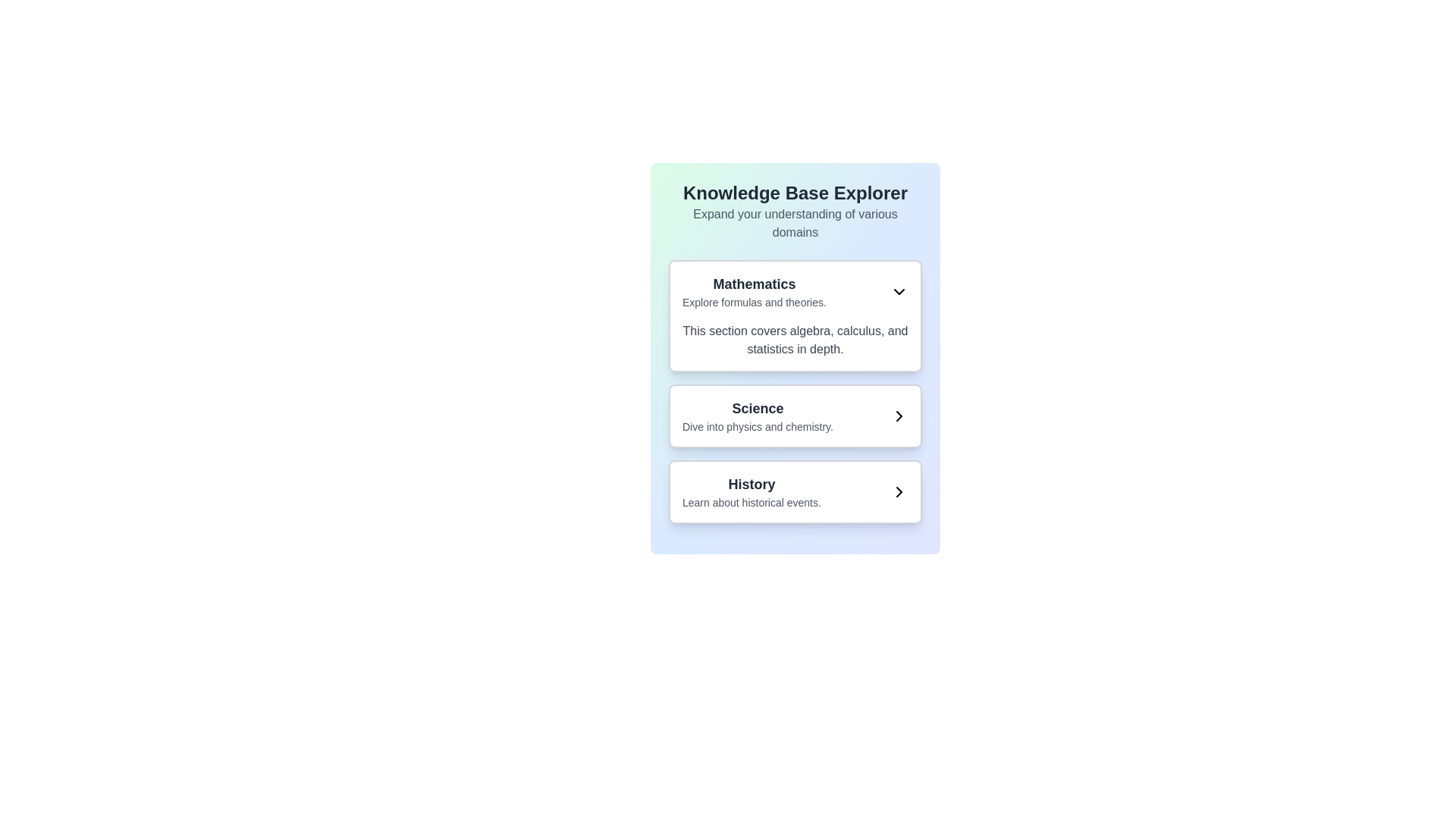 The width and height of the screenshot is (1456, 819). What do you see at coordinates (752, 491) in the screenshot?
I see `text content which is a bold heading 'History' followed by a description 'Learn about historical events.' located in the 'Knowledge Base Explorer' section` at bounding box center [752, 491].